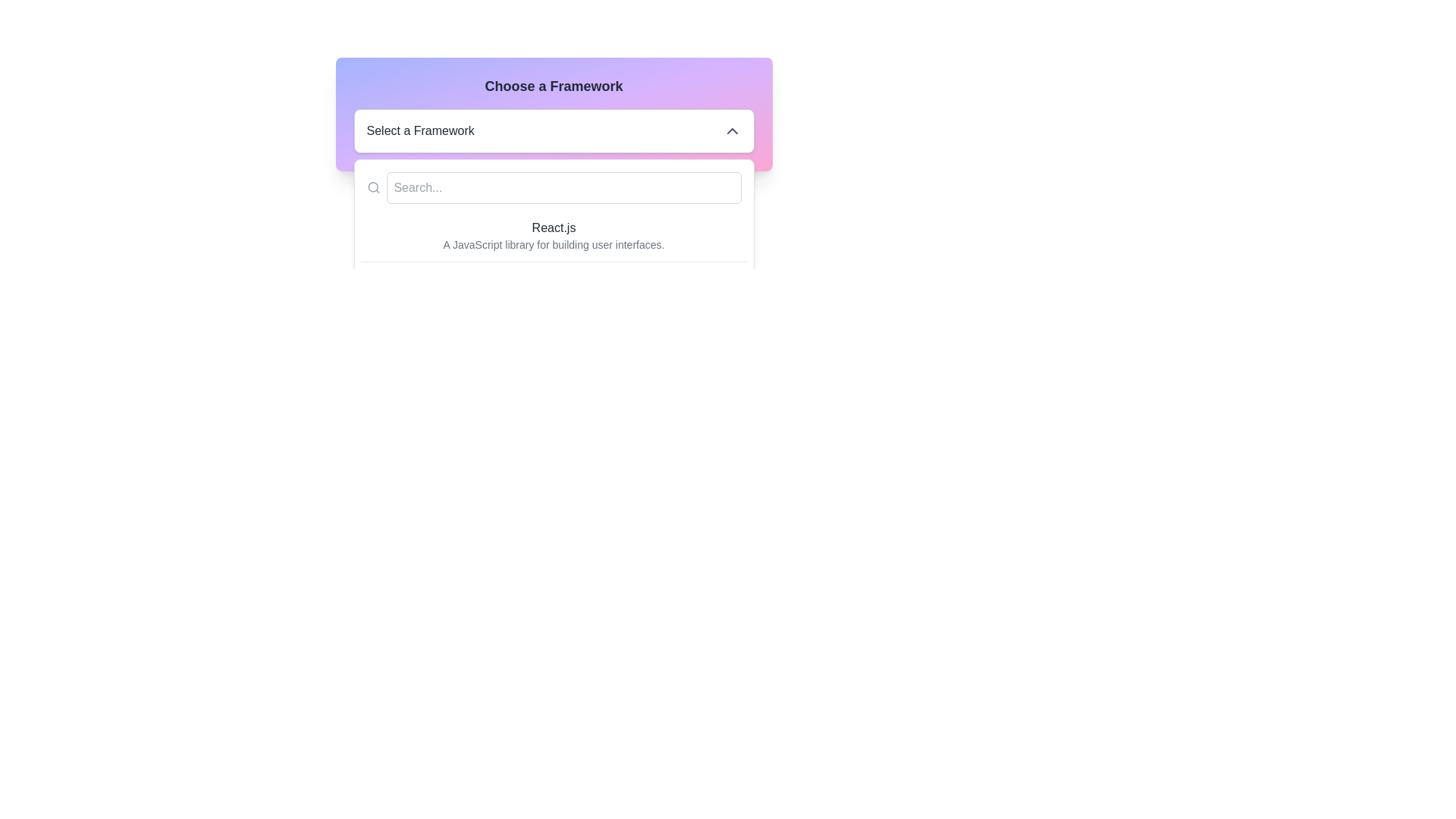  Describe the element at coordinates (553, 227) in the screenshot. I see `the Static Text Label displaying 'React.js' in bold dark gray font, positioned centrally below the search bar and title` at that location.